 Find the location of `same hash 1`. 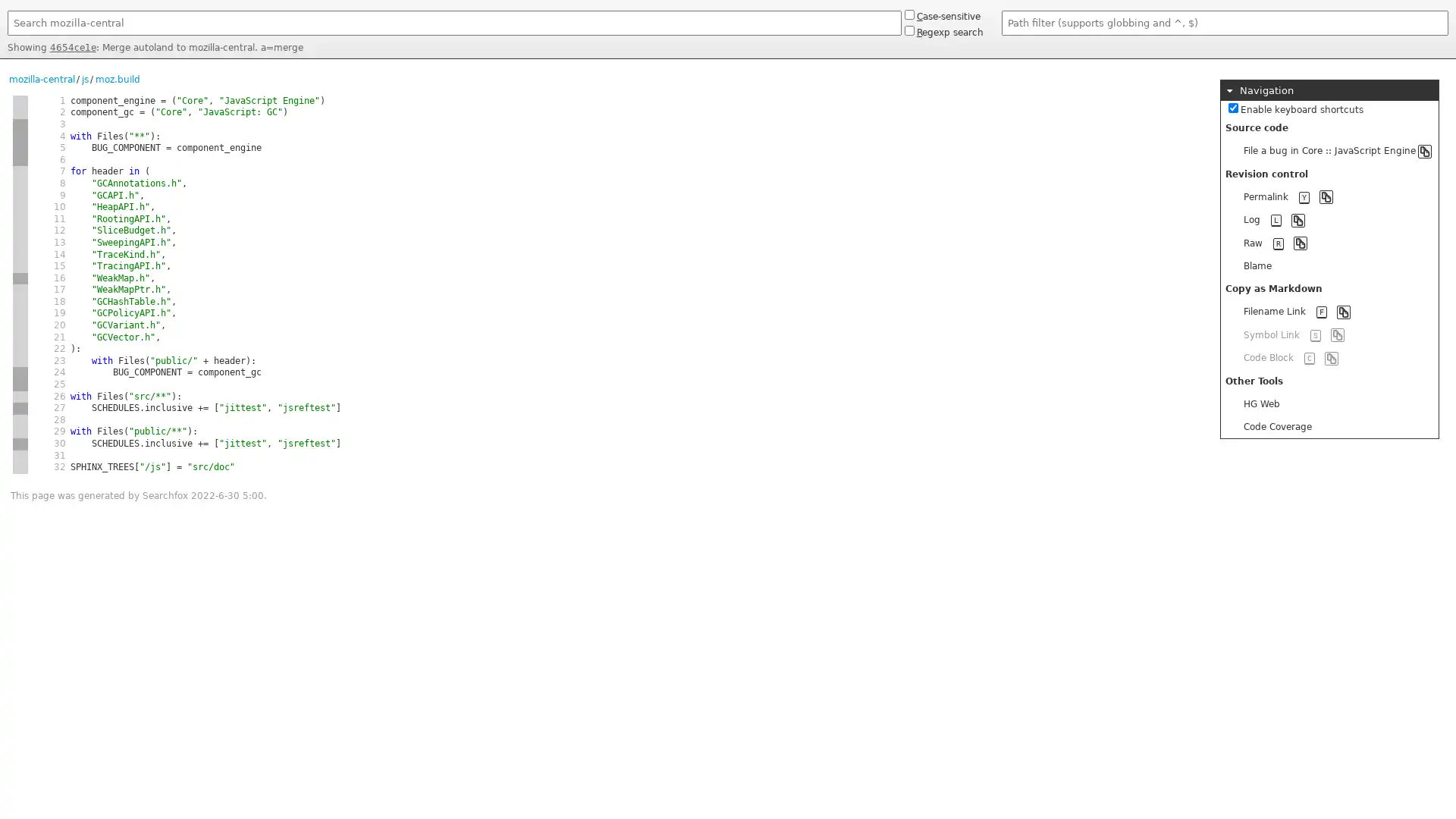

same hash 1 is located at coordinates (20, 195).